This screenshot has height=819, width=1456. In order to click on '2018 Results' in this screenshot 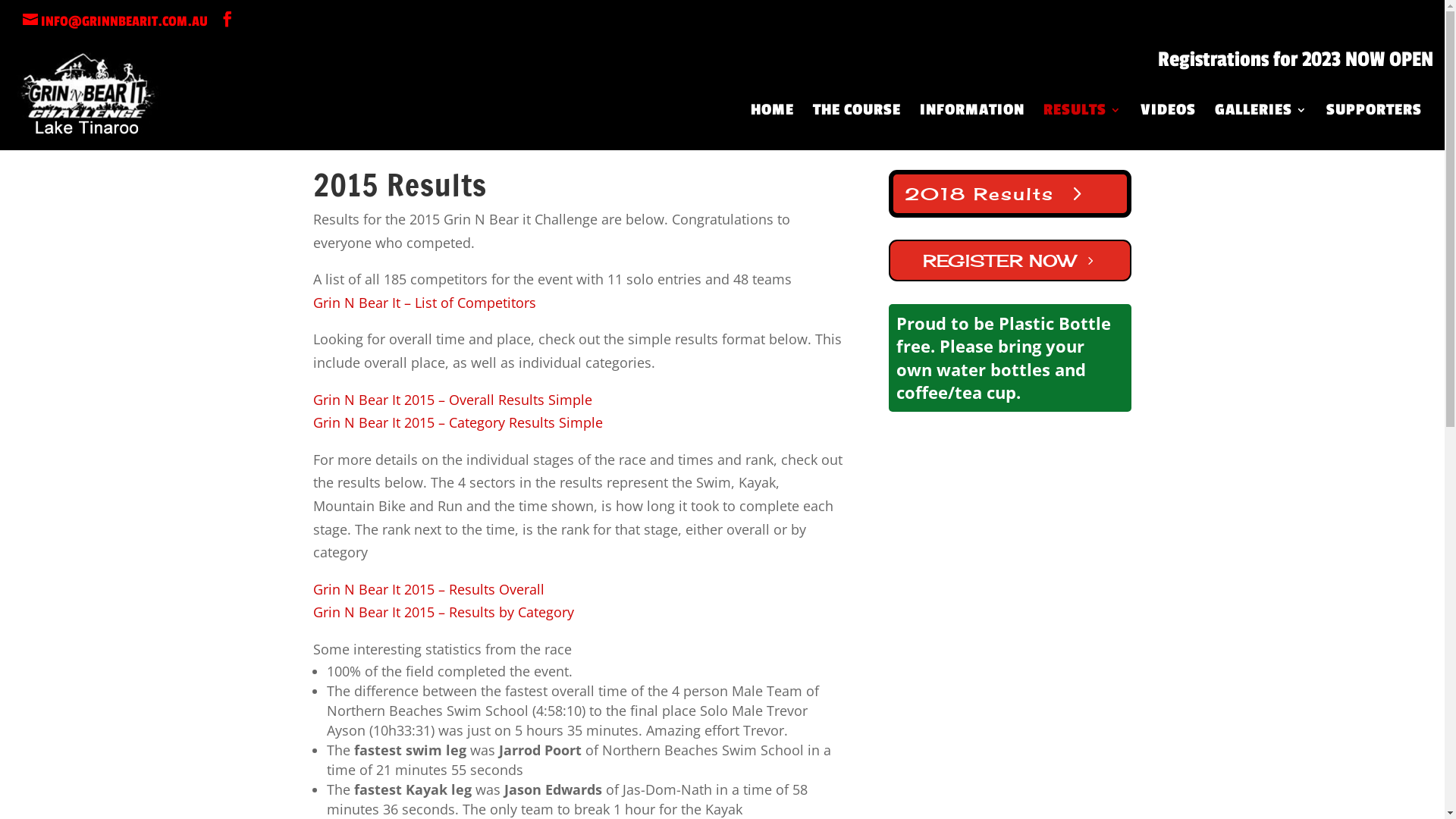, I will do `click(1010, 193)`.